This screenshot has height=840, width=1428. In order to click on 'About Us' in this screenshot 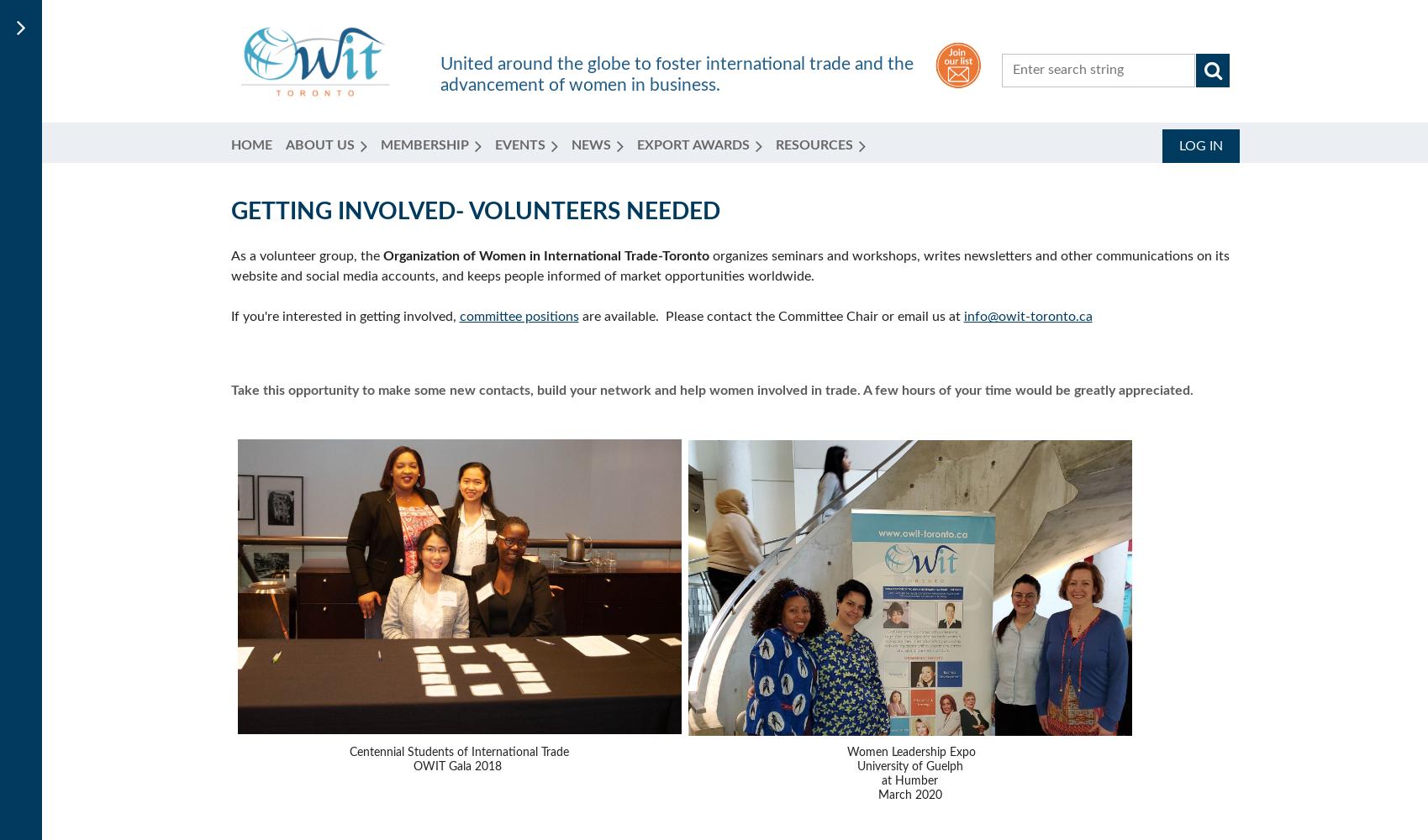, I will do `click(319, 144)`.